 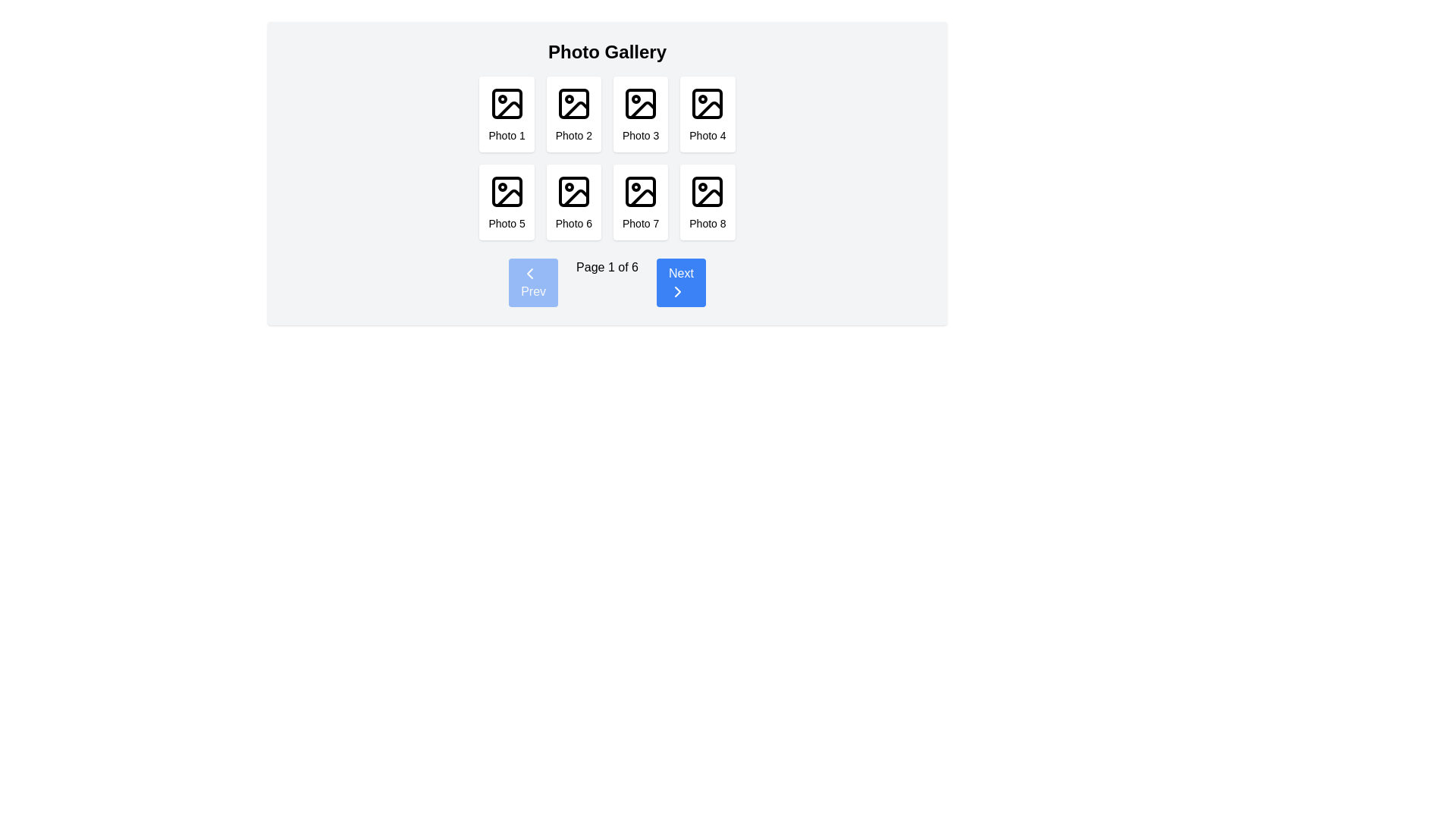 I want to click on text label 'Photo 6' which is styled with a small and medium font weight and is located below the image placeholder in the 'Photo Gallery' layout, specifically in the sixth position of the grid, so click(x=573, y=223).